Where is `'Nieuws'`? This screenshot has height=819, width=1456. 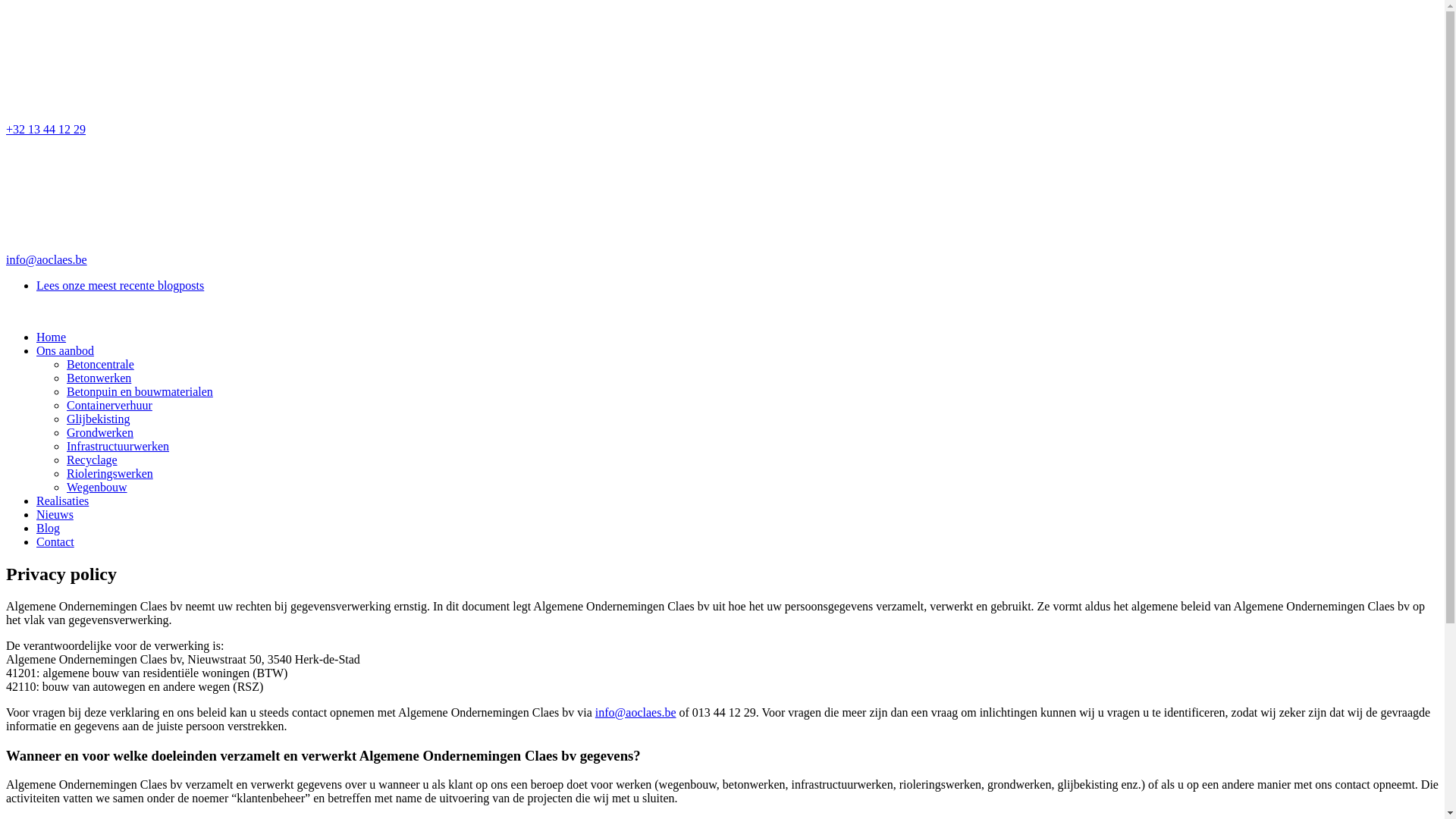
'Nieuws' is located at coordinates (55, 513).